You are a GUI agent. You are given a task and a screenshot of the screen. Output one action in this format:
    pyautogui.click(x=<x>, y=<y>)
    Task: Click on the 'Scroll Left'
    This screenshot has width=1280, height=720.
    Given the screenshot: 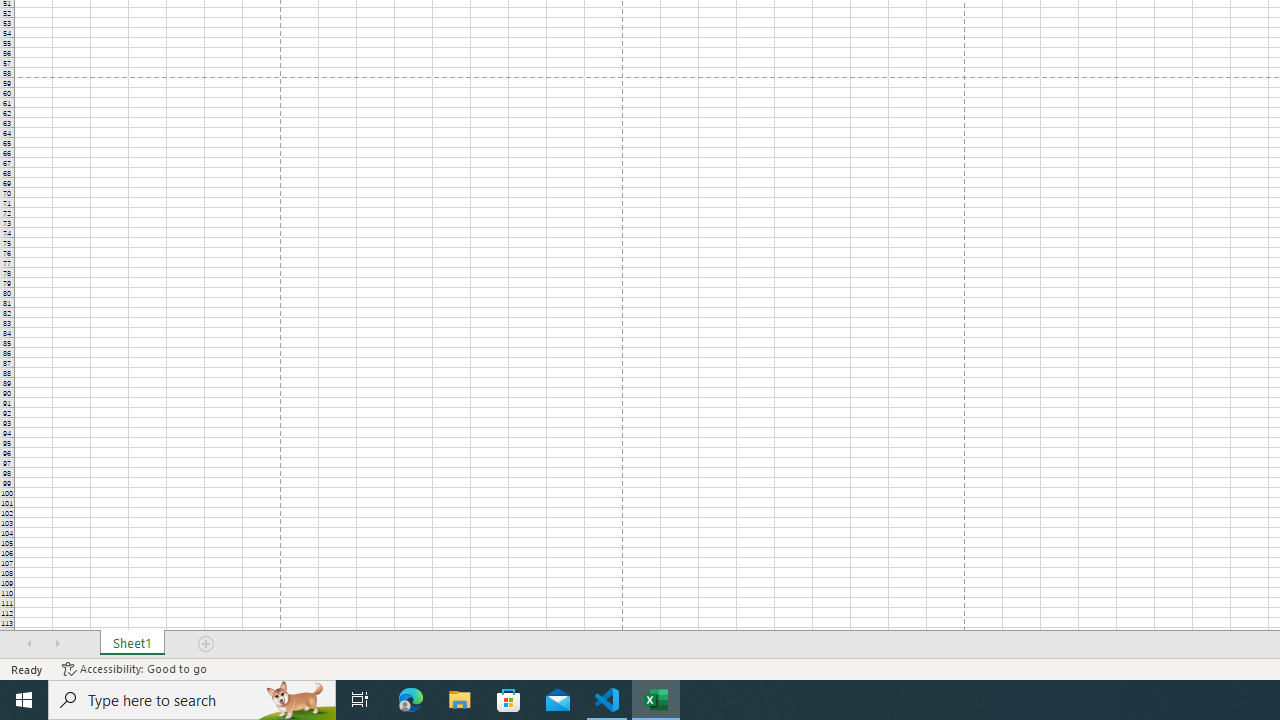 What is the action you would take?
    pyautogui.click(x=29, y=644)
    